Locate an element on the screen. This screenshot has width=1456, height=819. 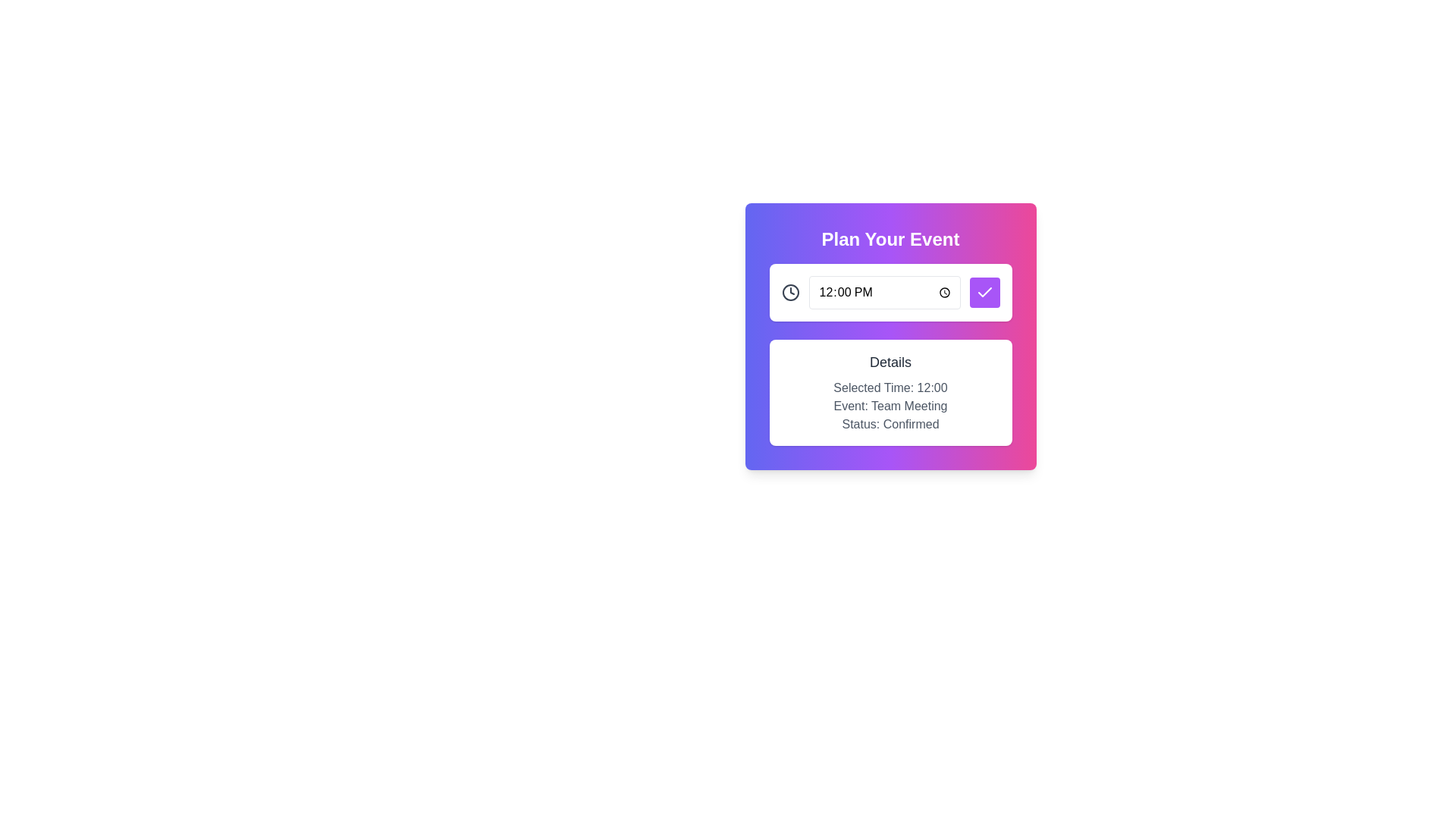
the clock icon located on the left side of the time input field for context is located at coordinates (789, 292).